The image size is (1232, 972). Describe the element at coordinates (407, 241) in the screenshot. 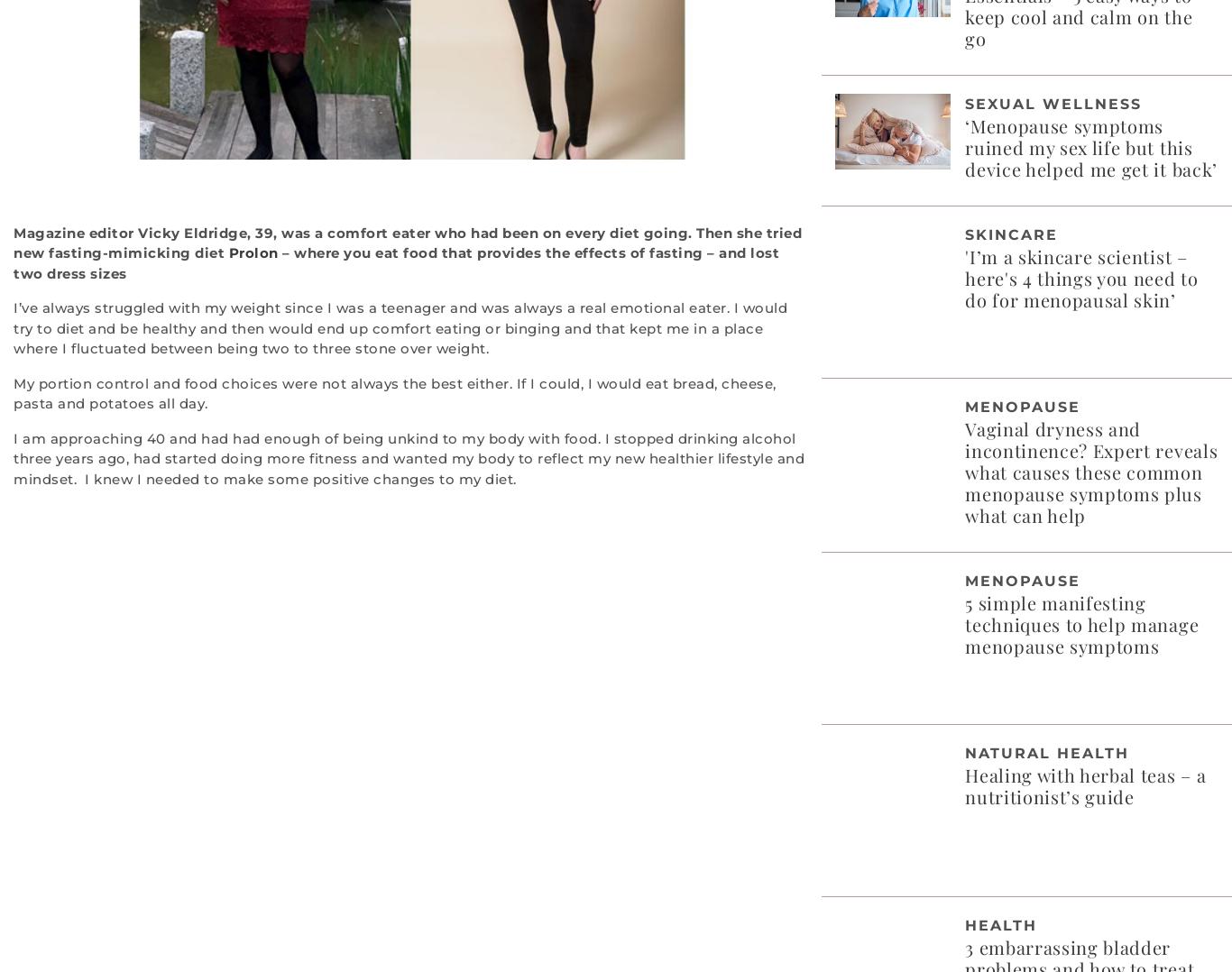

I see `'Magazine editor Vicky Eldridge, 39, was a comfort eater who had been on every diet going. Then she tried new fasting-mimicking diet'` at that location.